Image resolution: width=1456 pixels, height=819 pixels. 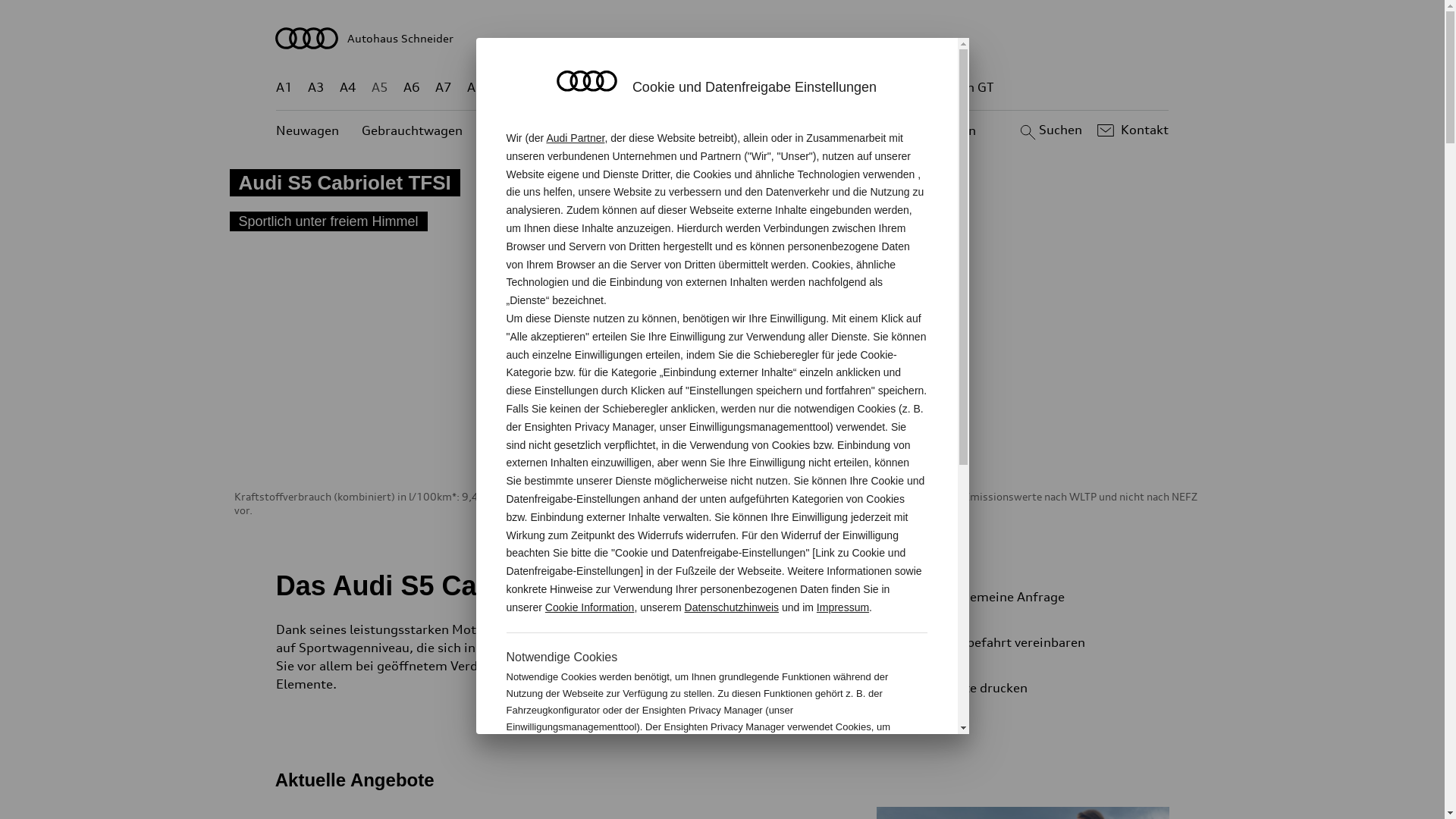 What do you see at coordinates (1093, 130) in the screenshot?
I see `'Kontakt'` at bounding box center [1093, 130].